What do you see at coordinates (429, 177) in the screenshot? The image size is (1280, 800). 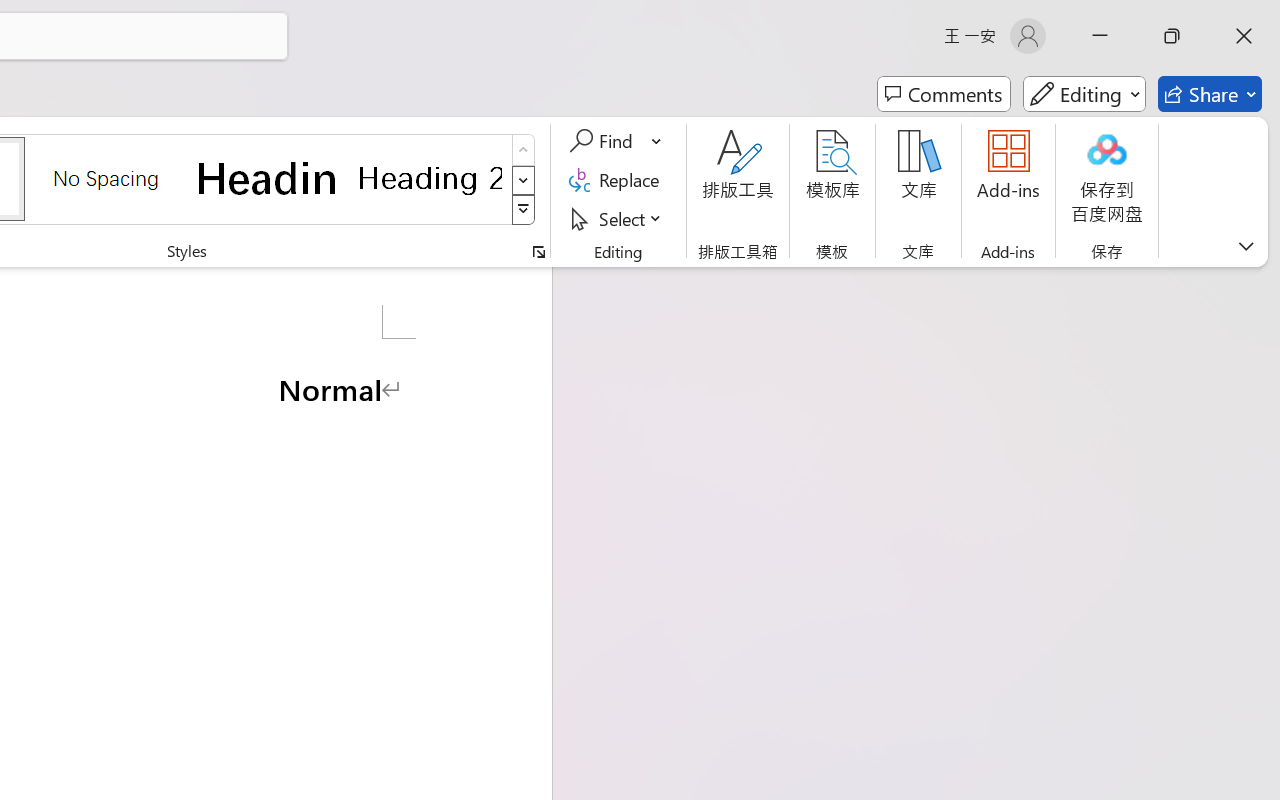 I see `'Heading 2'` at bounding box center [429, 177].